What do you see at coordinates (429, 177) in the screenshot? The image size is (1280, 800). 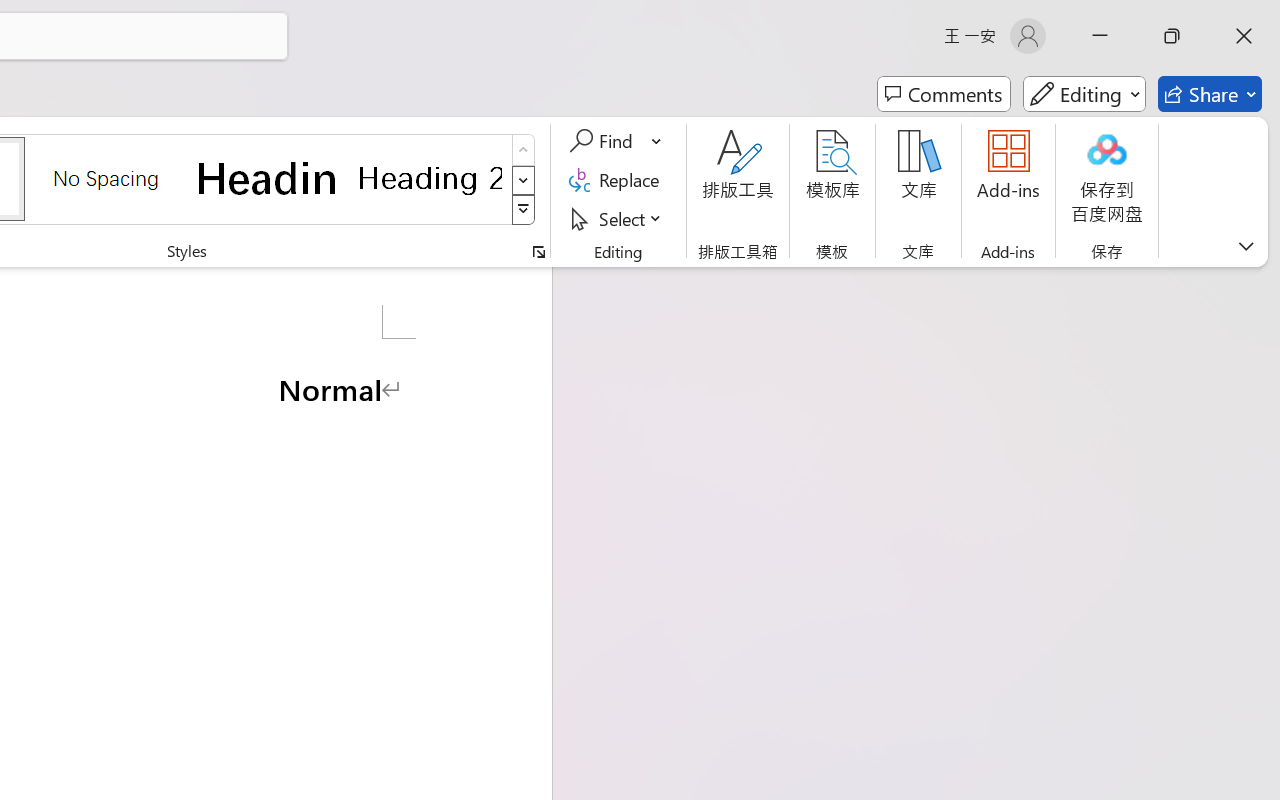 I see `'Heading 2'` at bounding box center [429, 177].